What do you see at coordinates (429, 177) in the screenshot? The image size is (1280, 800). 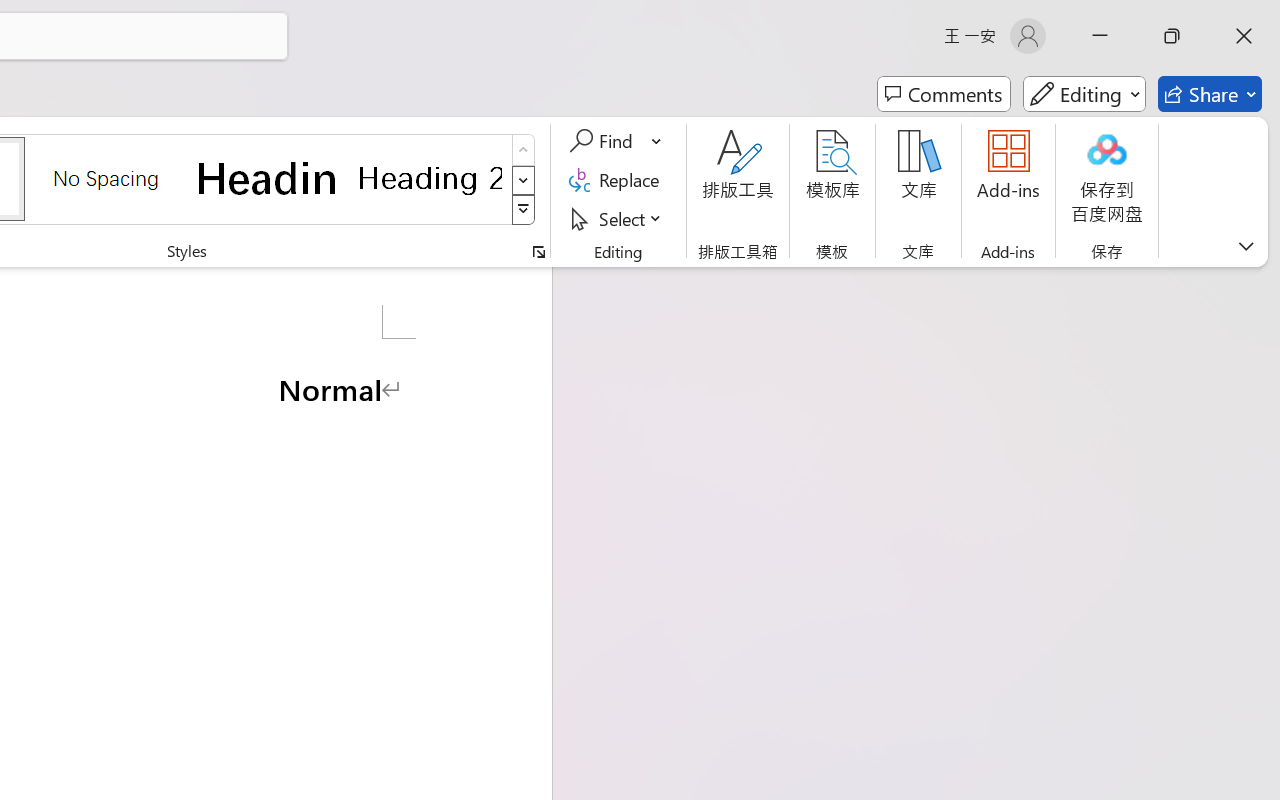 I see `'Heading 2'` at bounding box center [429, 177].